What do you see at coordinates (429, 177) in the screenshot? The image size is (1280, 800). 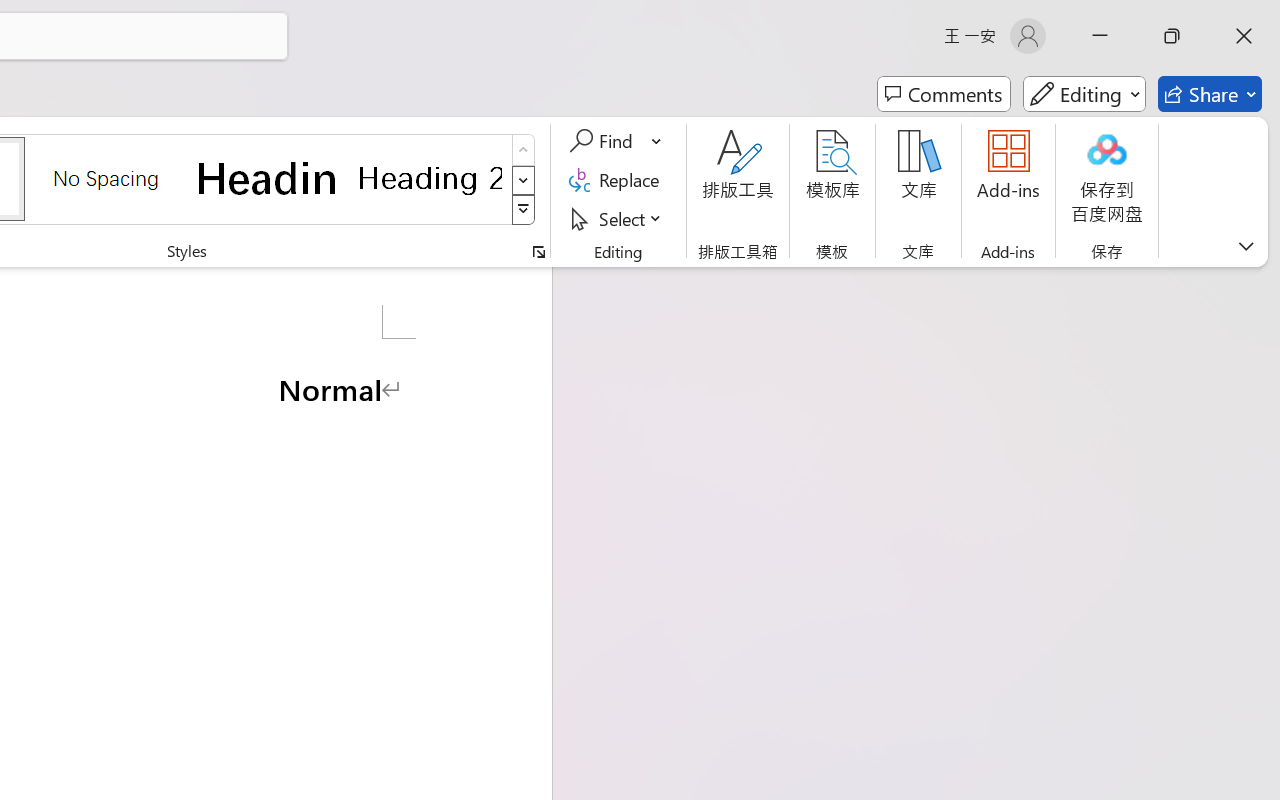 I see `'Heading 2'` at bounding box center [429, 177].